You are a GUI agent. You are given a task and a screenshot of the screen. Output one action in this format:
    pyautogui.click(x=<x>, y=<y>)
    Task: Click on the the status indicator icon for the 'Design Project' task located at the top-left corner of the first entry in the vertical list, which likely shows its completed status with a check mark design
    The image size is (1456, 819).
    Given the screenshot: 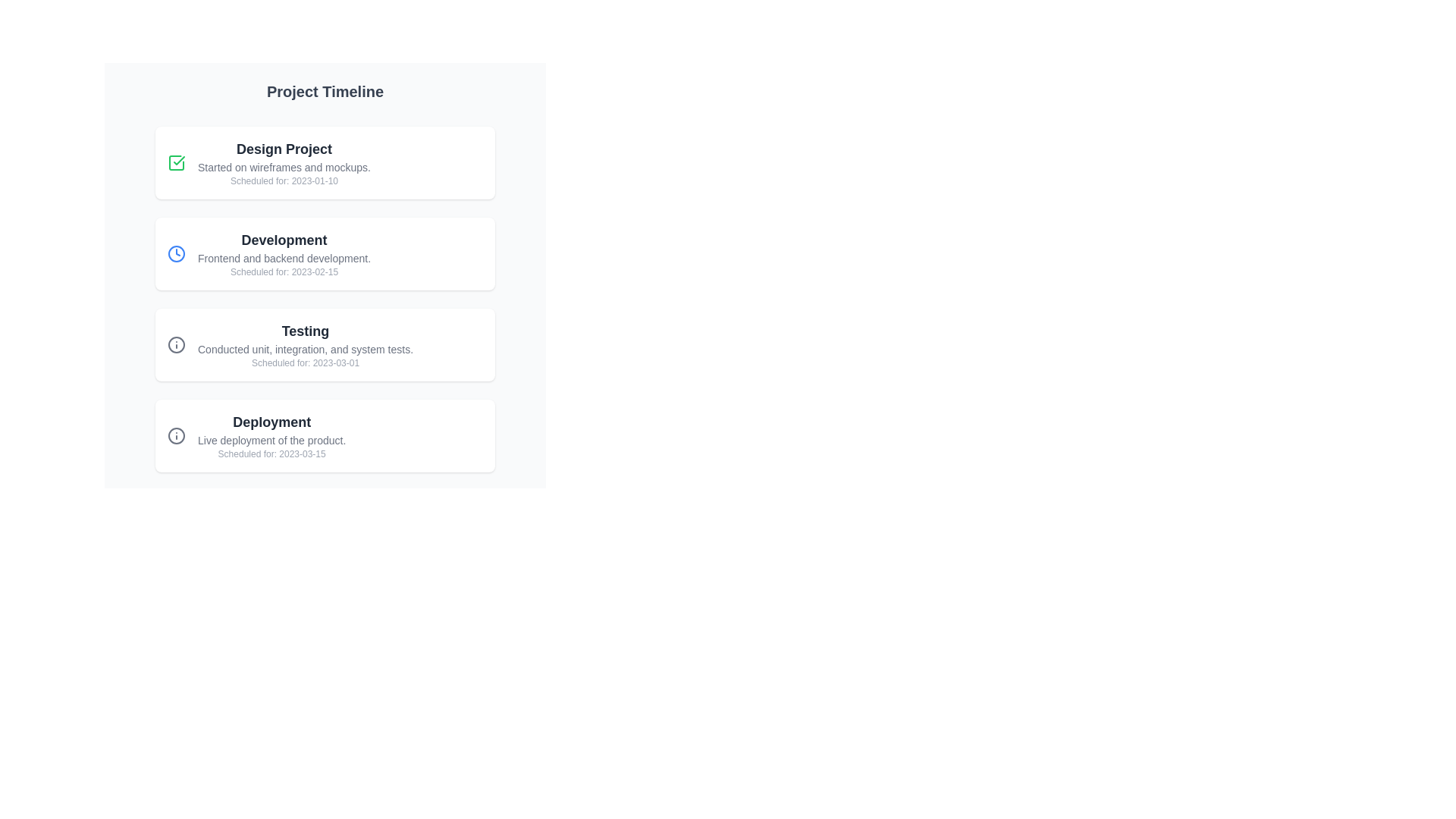 What is the action you would take?
    pyautogui.click(x=177, y=163)
    